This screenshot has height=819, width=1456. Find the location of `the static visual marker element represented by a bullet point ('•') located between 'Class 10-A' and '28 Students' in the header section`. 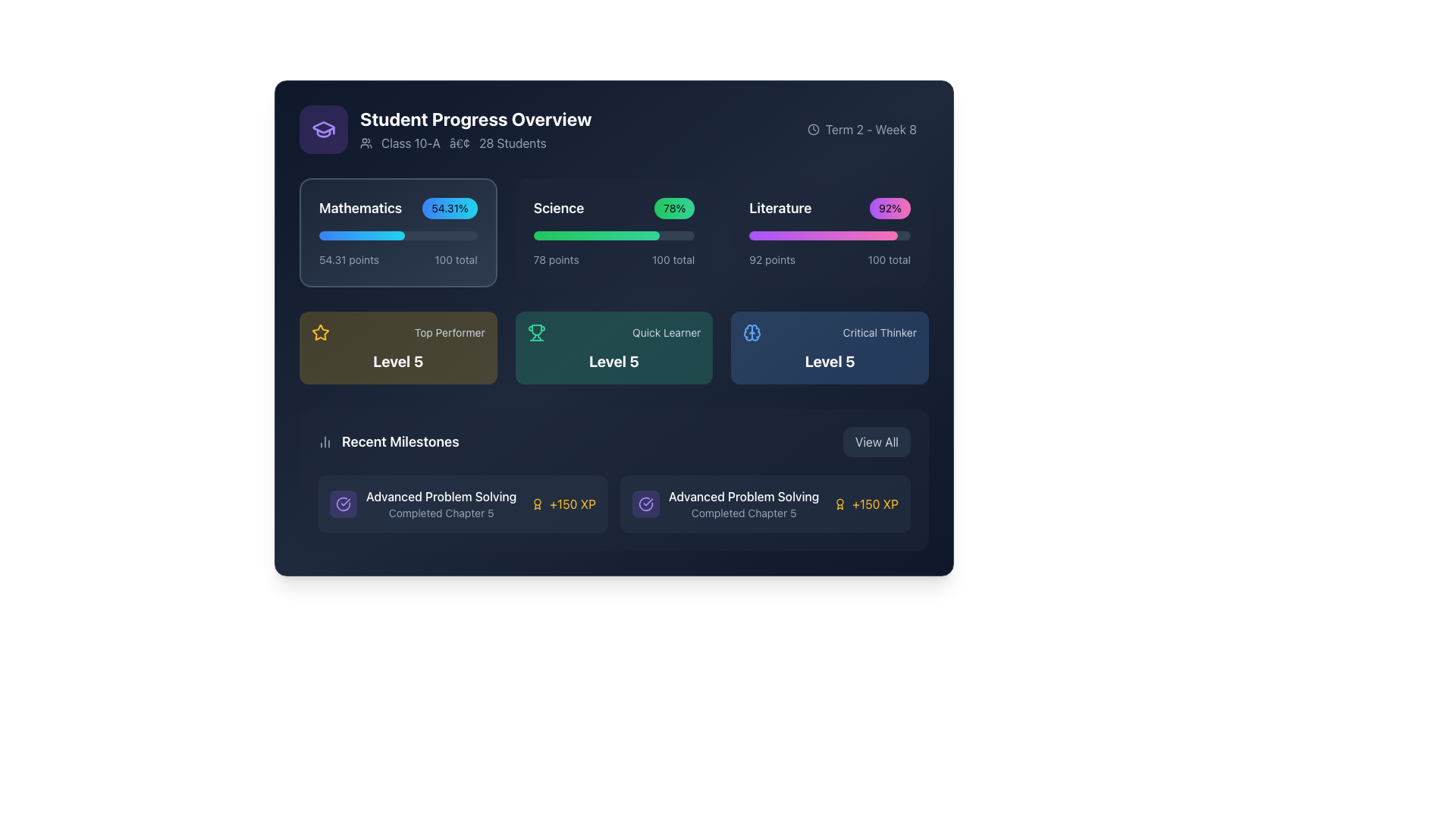

the static visual marker element represented by a bullet point ('•') located between 'Class 10-A' and '28 Students' in the header section is located at coordinates (459, 143).